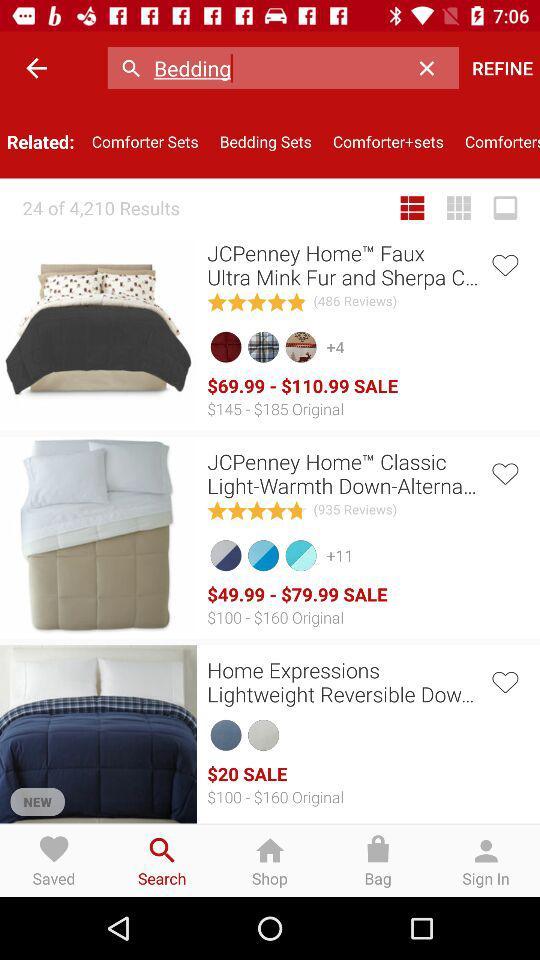  Describe the element at coordinates (501, 68) in the screenshot. I see `item above comforters` at that location.